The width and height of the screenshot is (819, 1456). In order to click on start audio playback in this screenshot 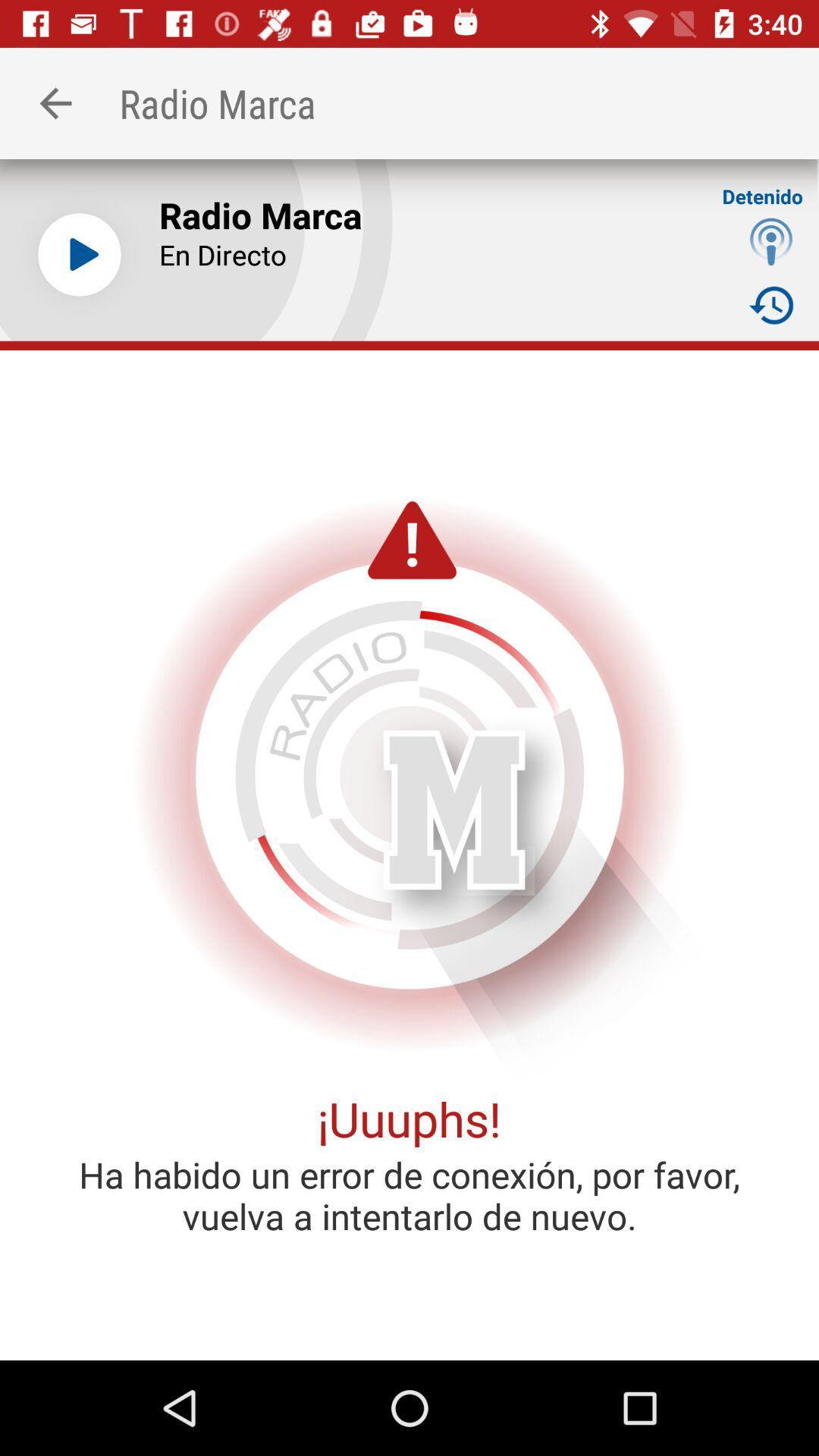, I will do `click(79, 255)`.